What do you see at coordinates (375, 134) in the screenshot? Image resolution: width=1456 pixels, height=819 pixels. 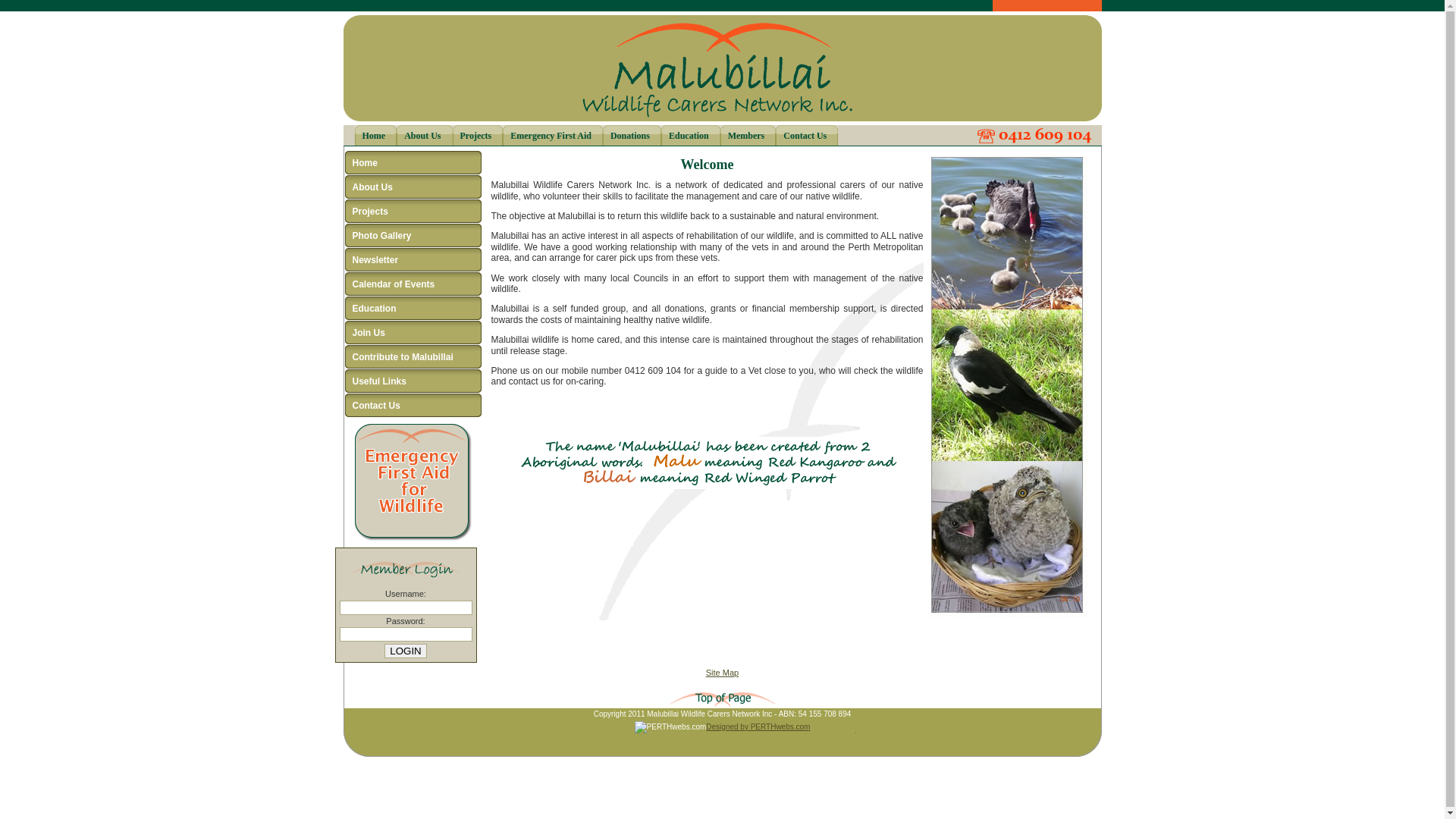 I see `'Home'` at bounding box center [375, 134].